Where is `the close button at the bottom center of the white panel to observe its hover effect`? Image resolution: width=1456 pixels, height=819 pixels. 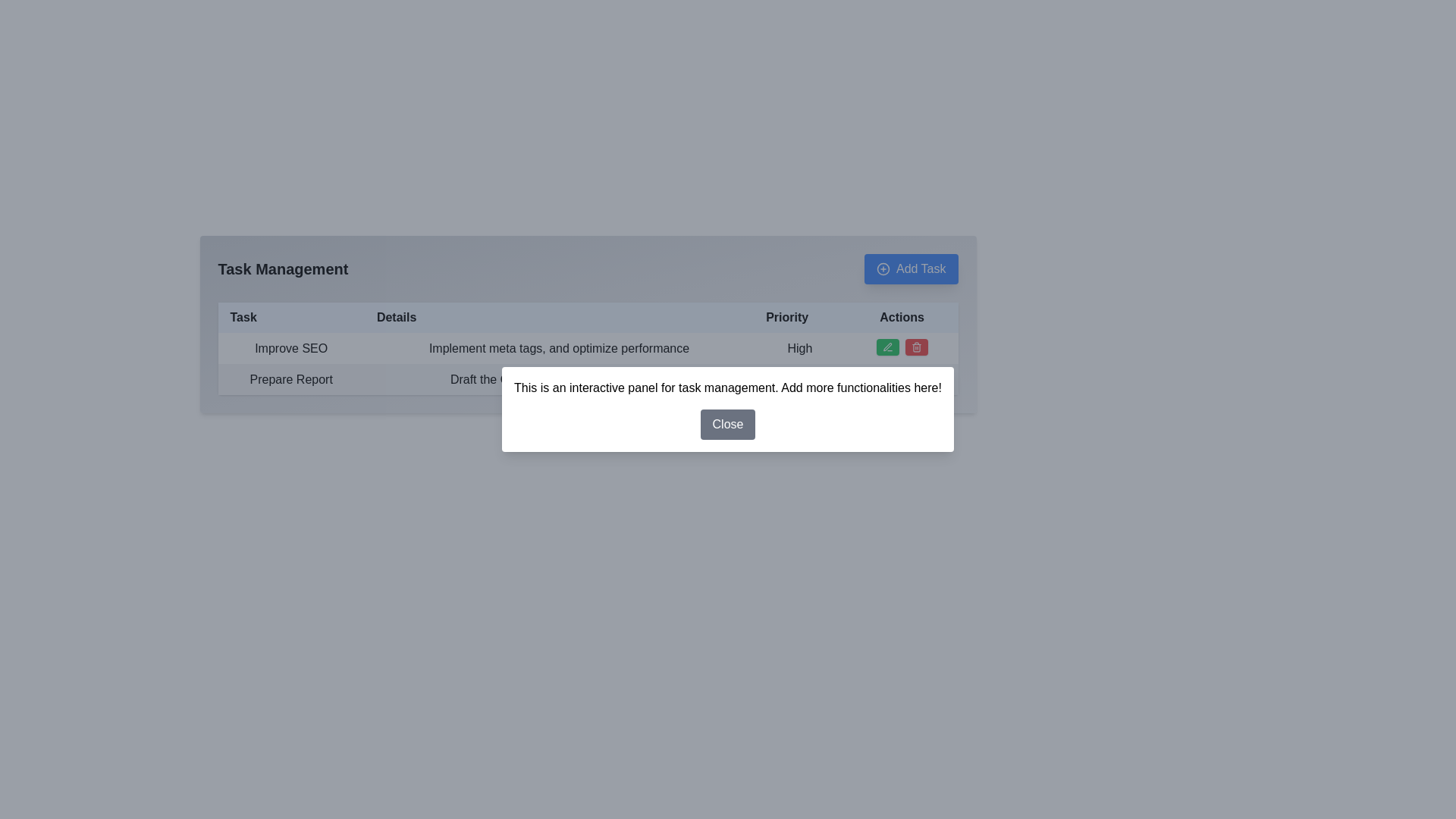
the close button at the bottom center of the white panel to observe its hover effect is located at coordinates (728, 424).